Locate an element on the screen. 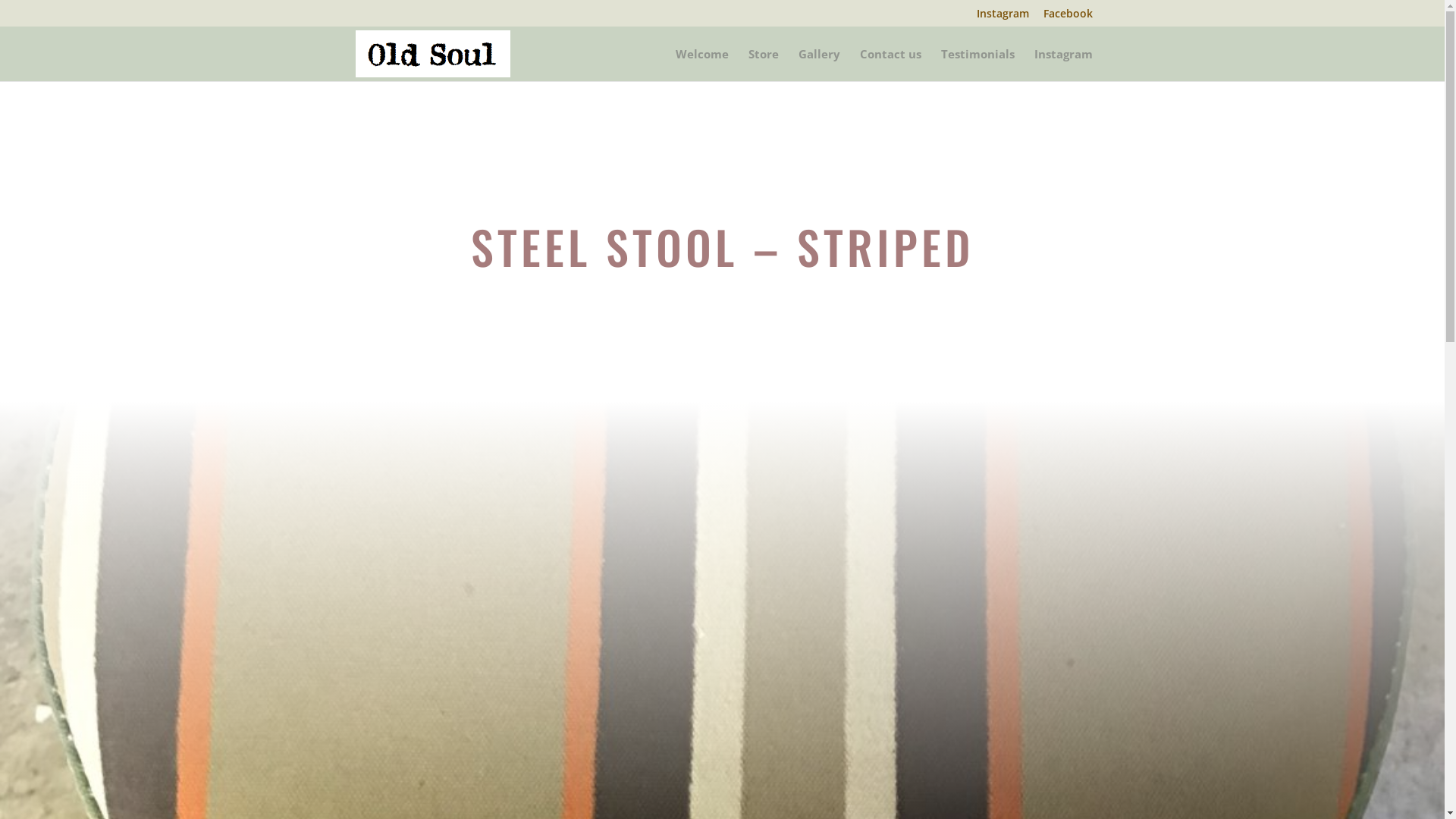 The width and height of the screenshot is (1456, 819). 'Testimonials' is located at coordinates (977, 64).